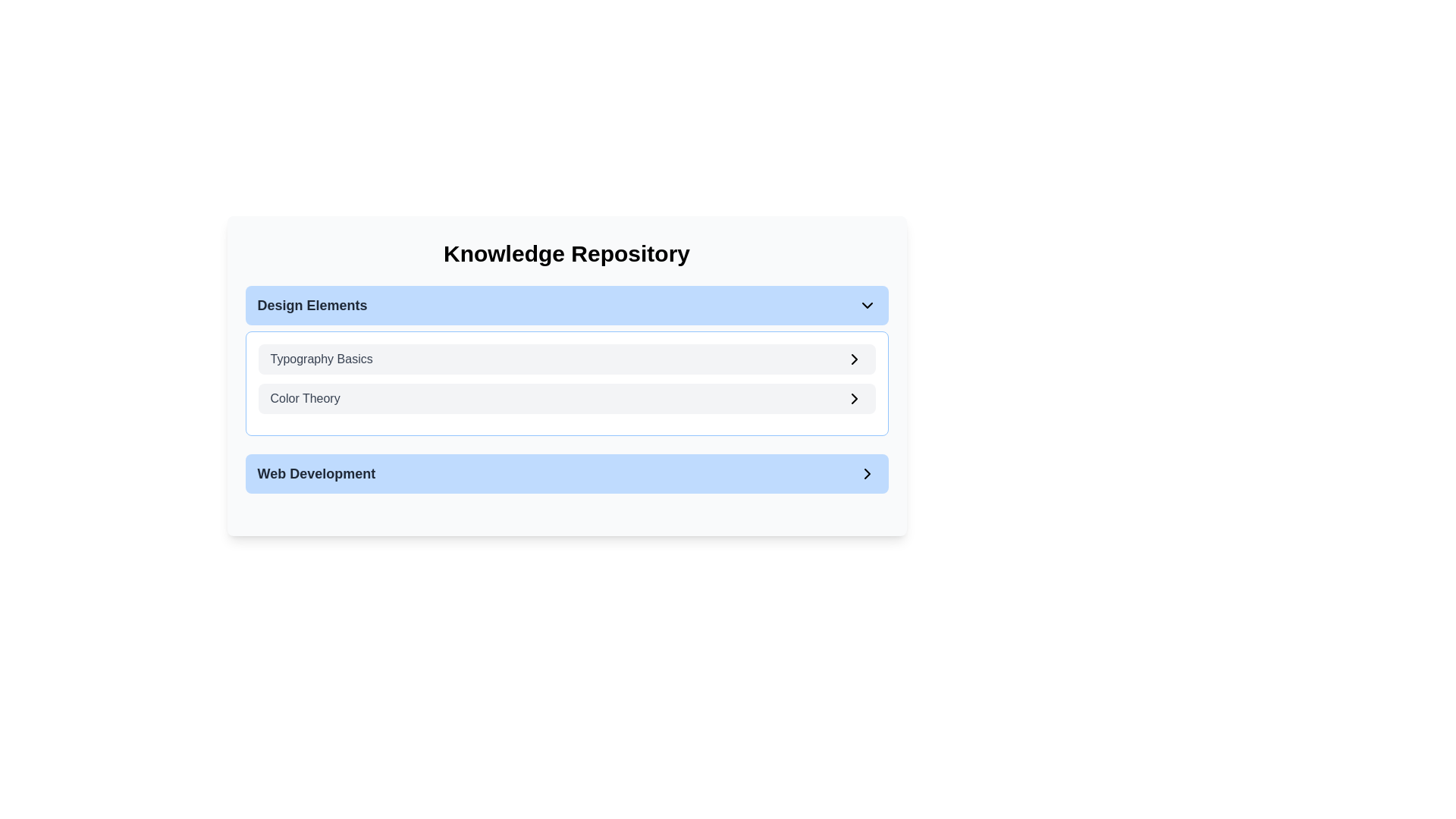  What do you see at coordinates (566, 472) in the screenshot?
I see `the 'Web Development' expandable navigation button with a light blue background and rounded corners, located at the bottom of the list under 'Knowledge Repository'` at bounding box center [566, 472].